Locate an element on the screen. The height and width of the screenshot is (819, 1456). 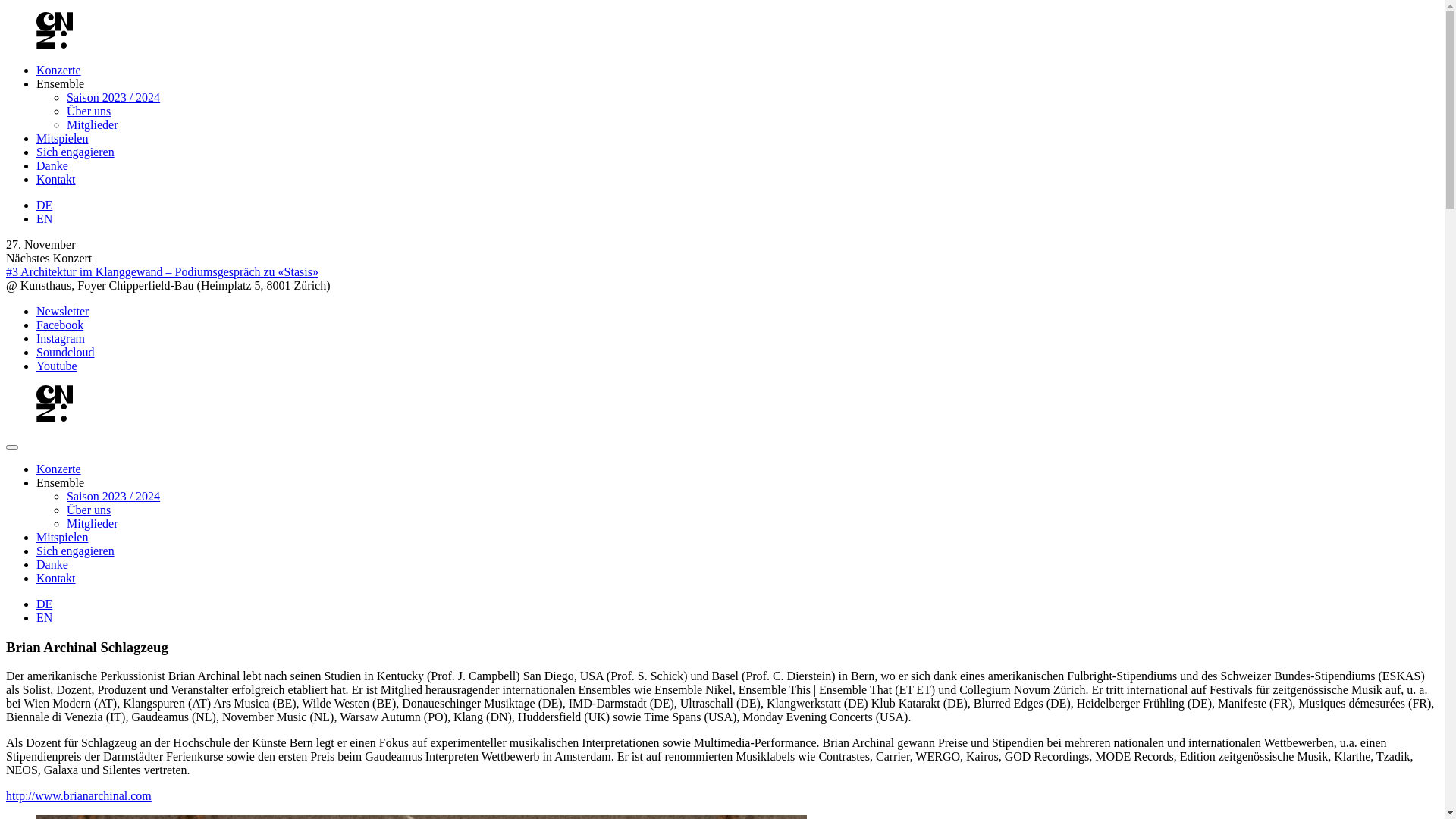
'Youtube' is located at coordinates (57, 366).